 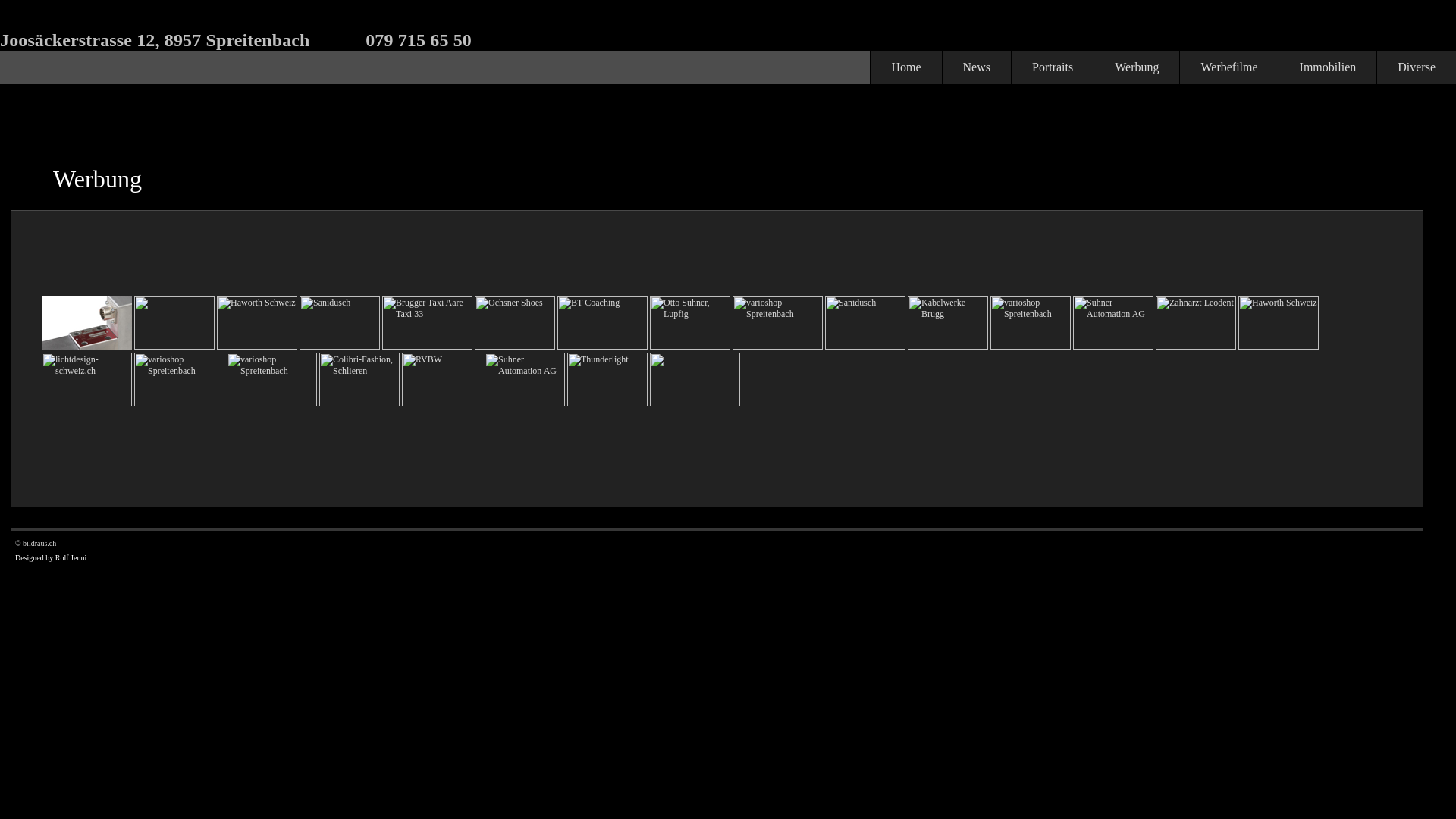 What do you see at coordinates (976, 66) in the screenshot?
I see `'News'` at bounding box center [976, 66].